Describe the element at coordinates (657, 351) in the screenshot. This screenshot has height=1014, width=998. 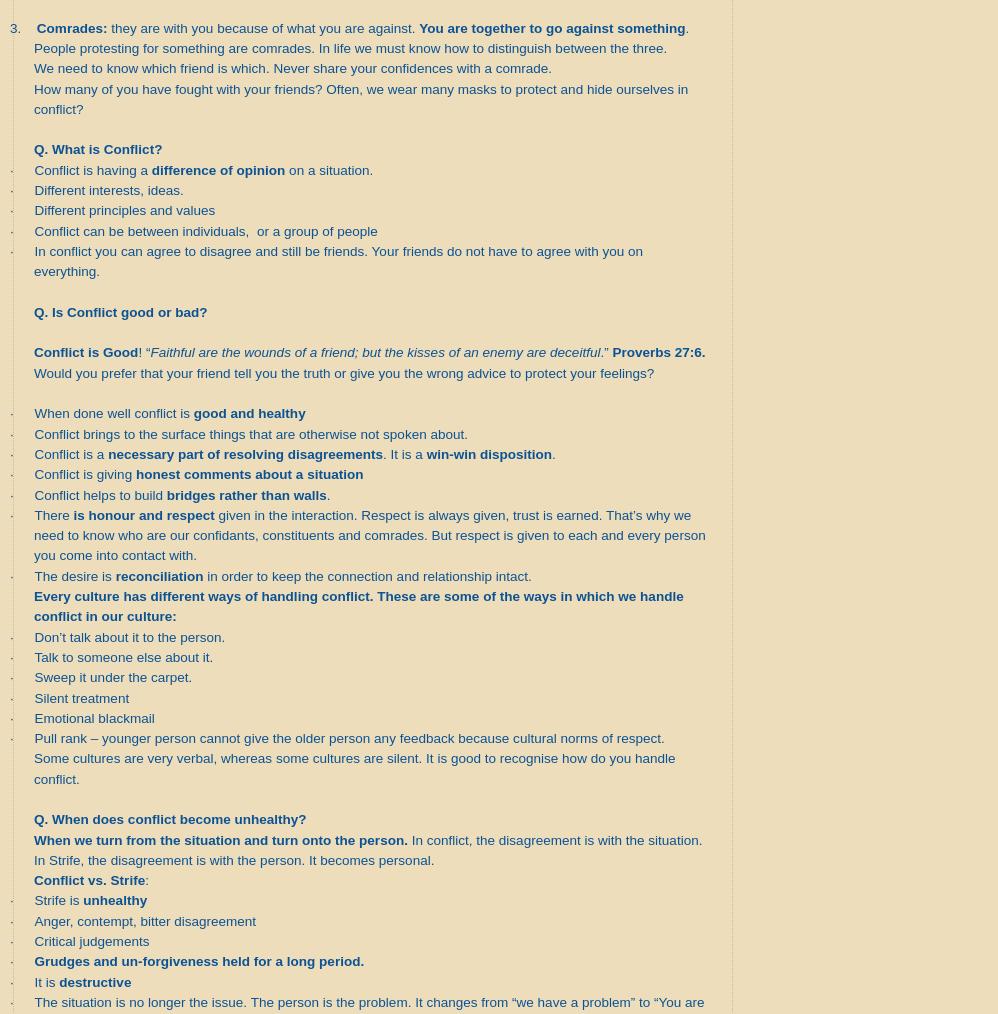
I see `'Proverbs 27:6.'` at that location.